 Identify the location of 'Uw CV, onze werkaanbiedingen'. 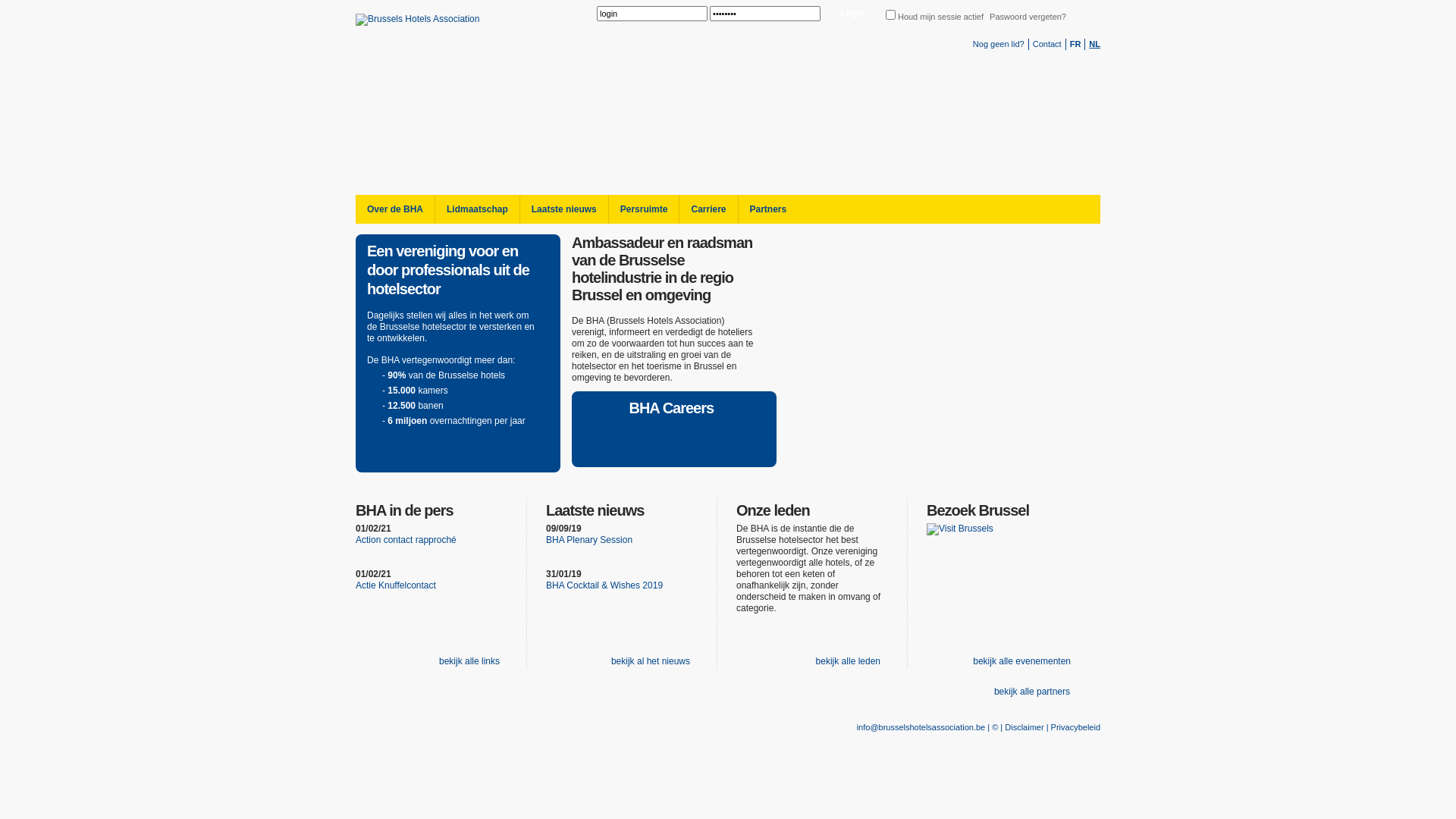
(670, 447).